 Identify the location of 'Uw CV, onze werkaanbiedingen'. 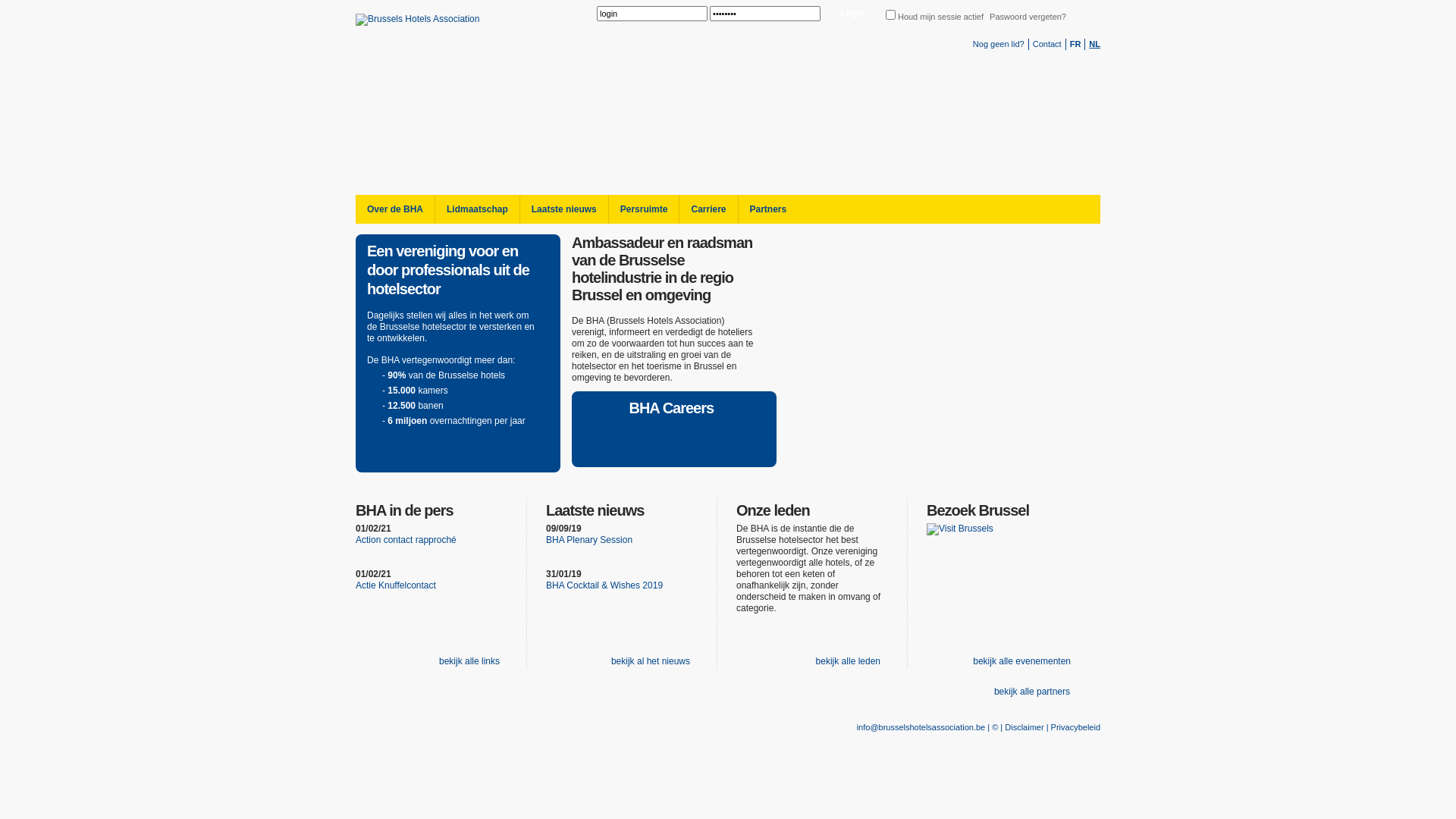
(670, 447).